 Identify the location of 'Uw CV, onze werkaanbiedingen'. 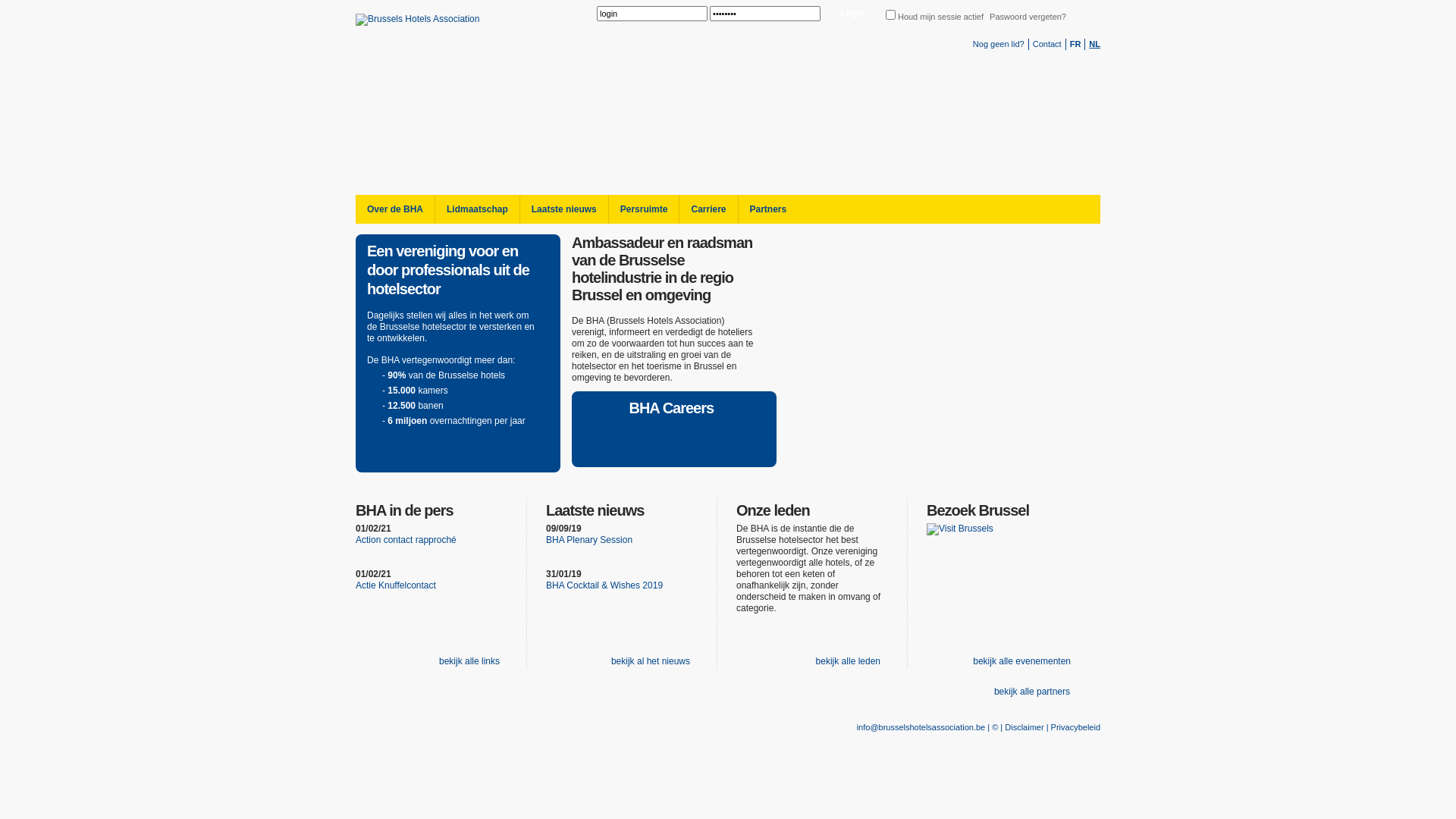
(670, 447).